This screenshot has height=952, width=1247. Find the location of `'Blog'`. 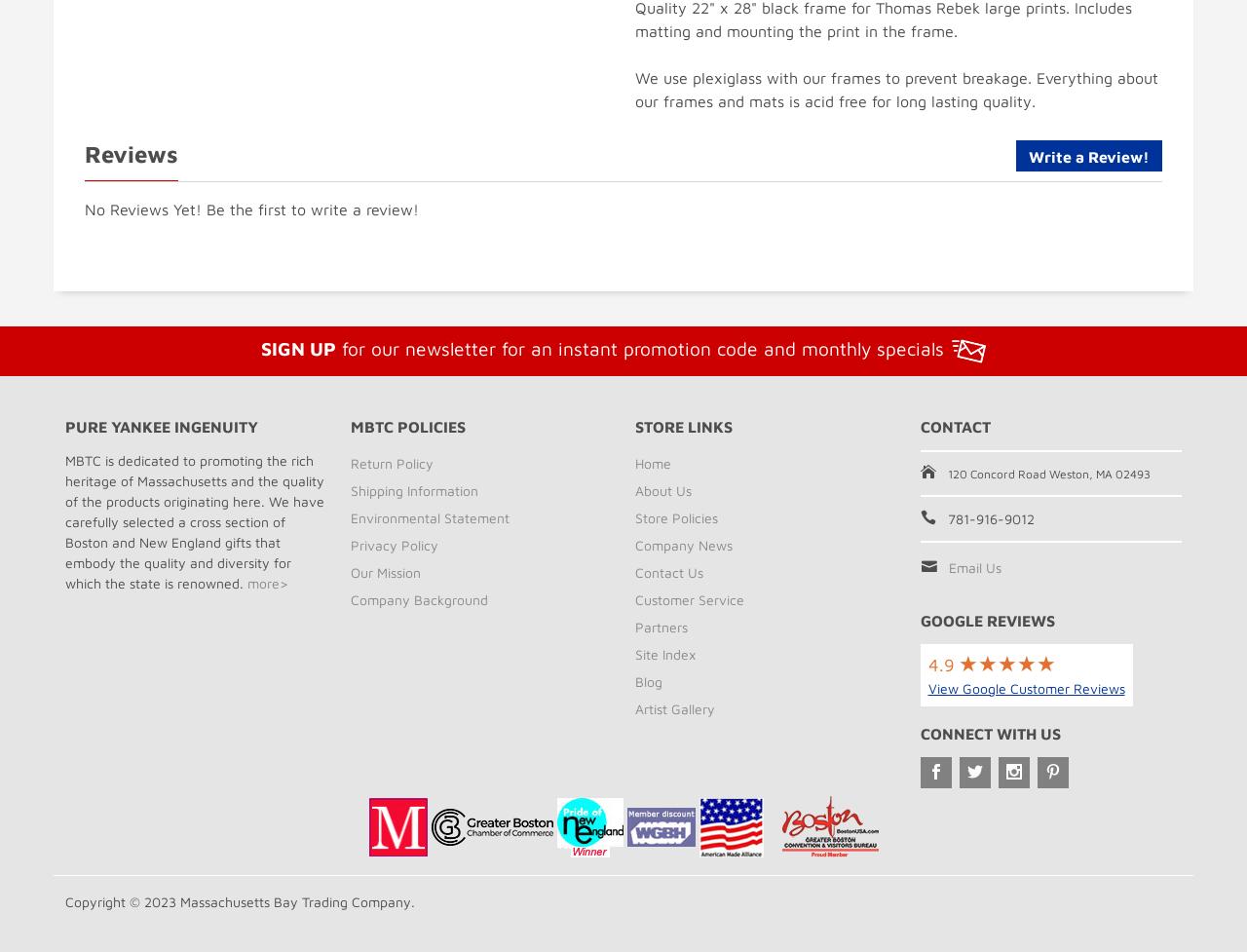

'Blog' is located at coordinates (648, 680).